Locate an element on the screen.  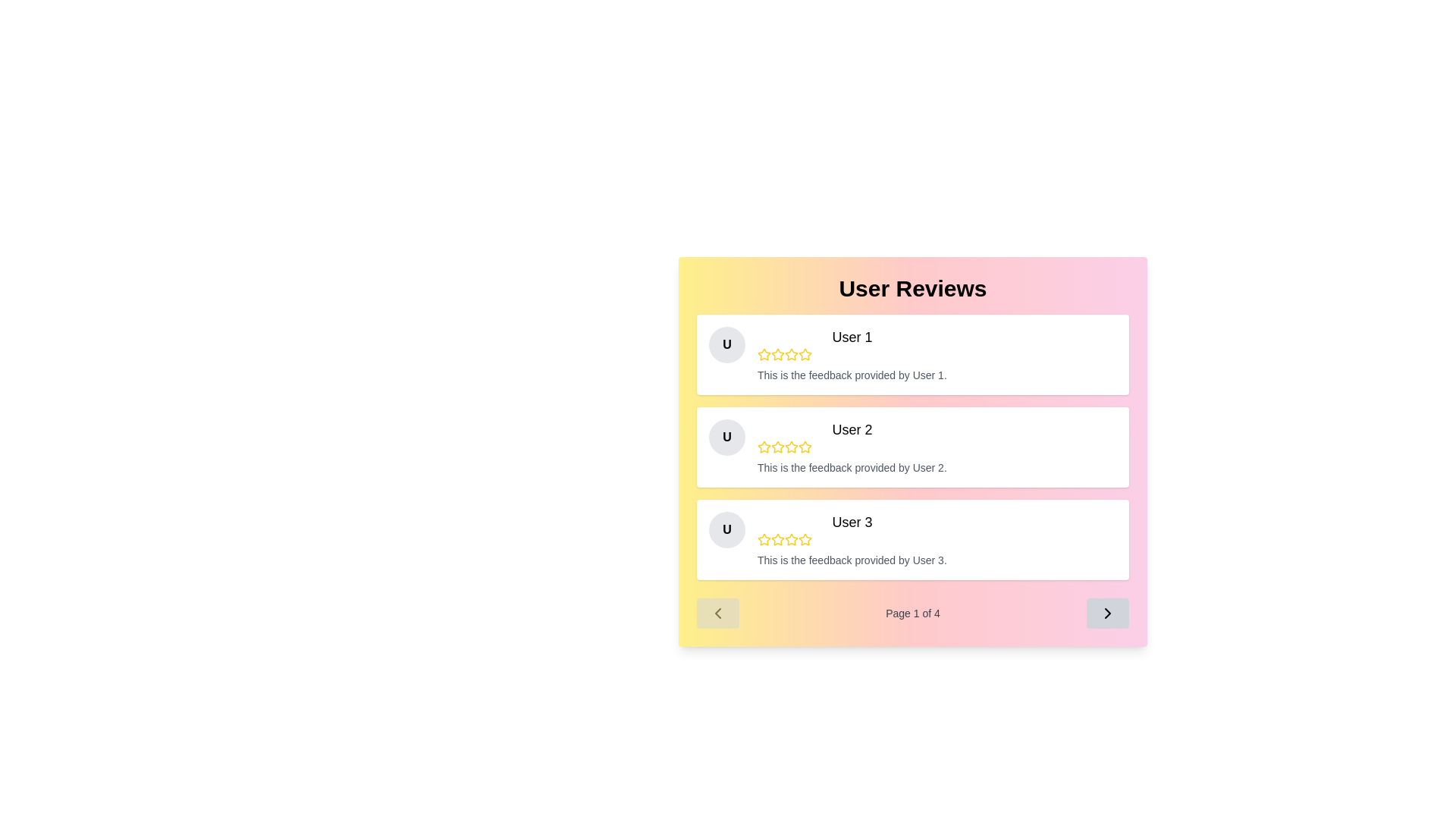
the third star-shaped rating icon outlined in yellow in the User Reviews section is located at coordinates (790, 354).